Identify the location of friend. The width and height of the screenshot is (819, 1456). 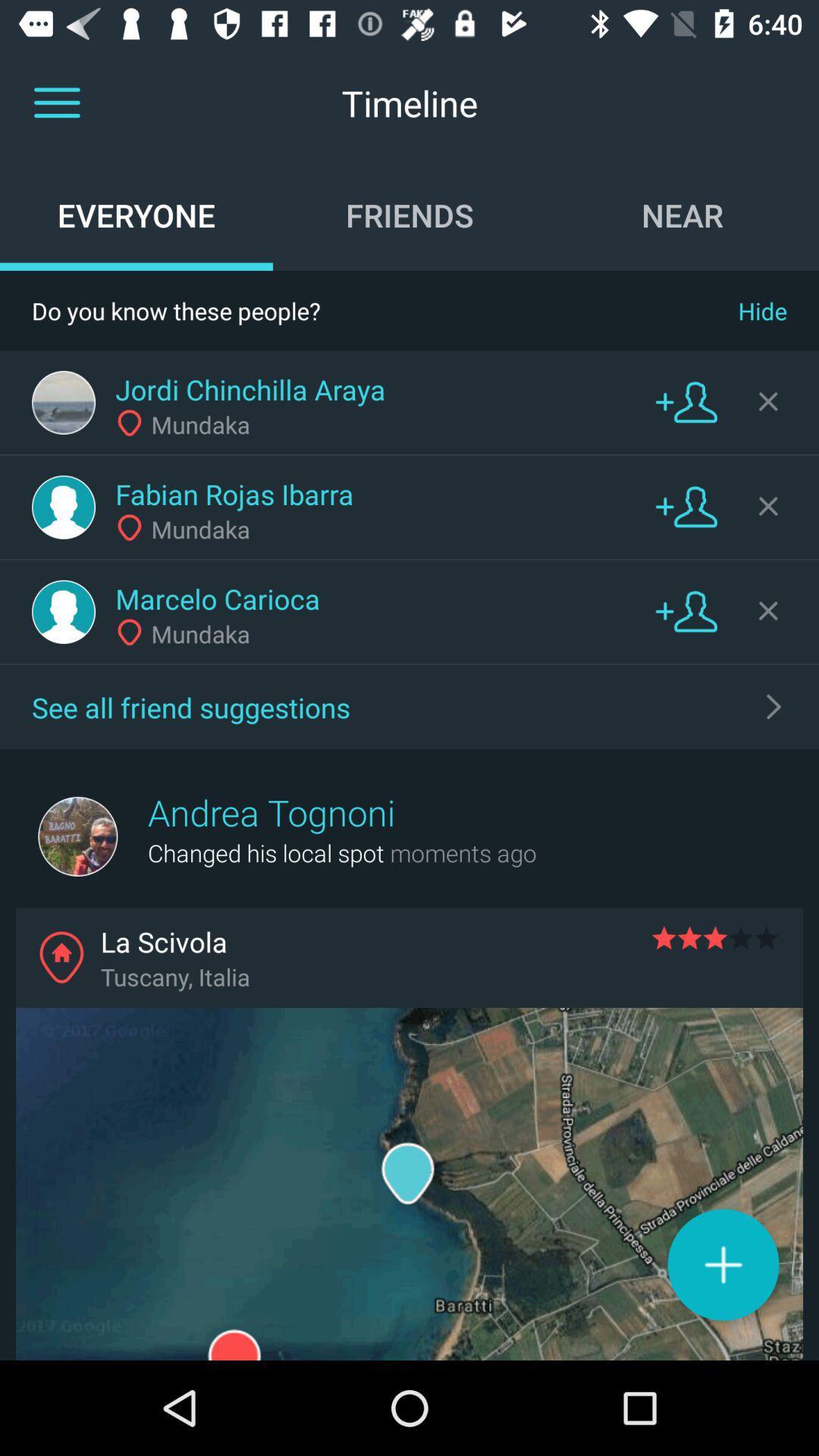
(686, 401).